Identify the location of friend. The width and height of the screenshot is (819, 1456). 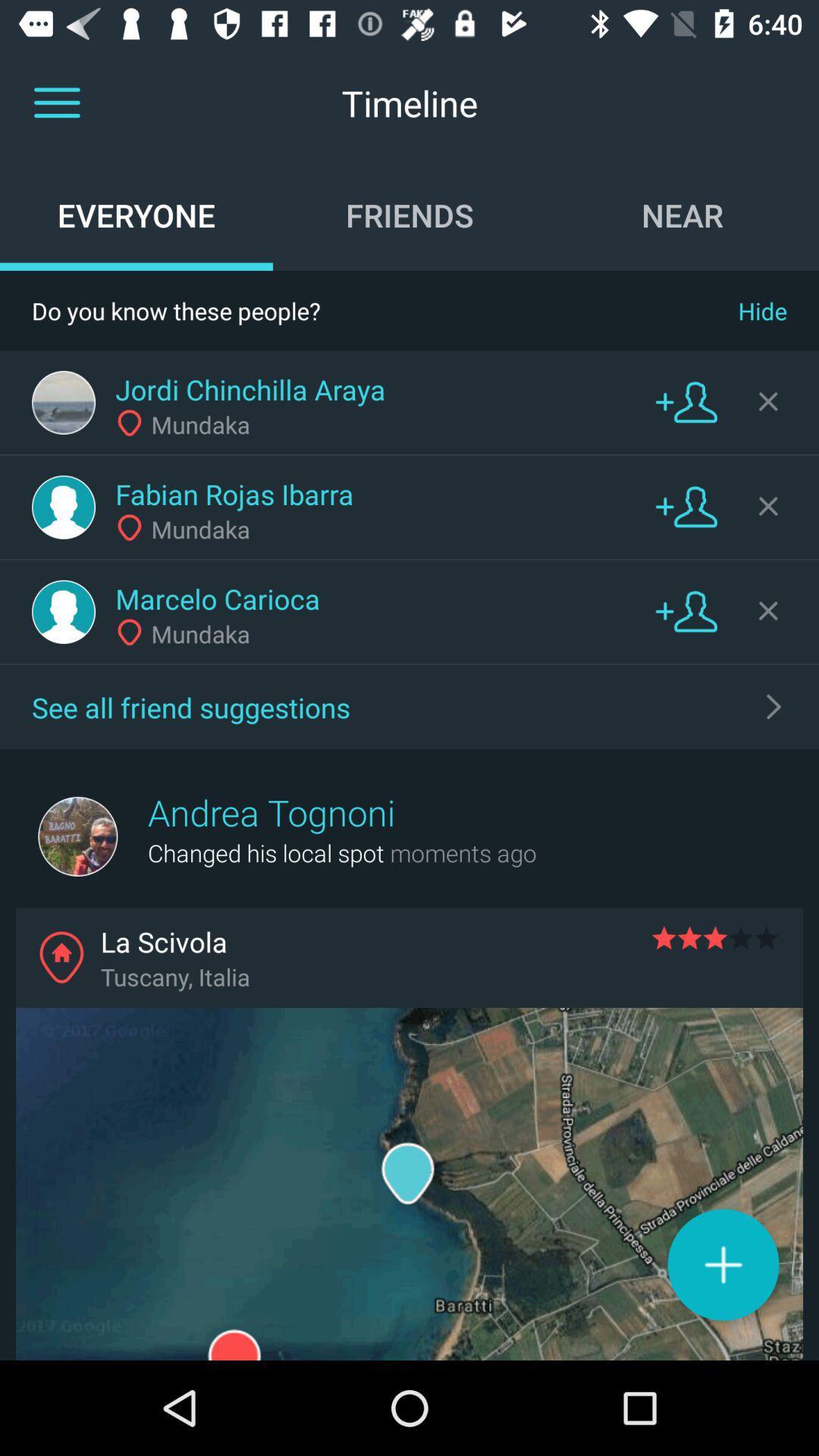
(686, 401).